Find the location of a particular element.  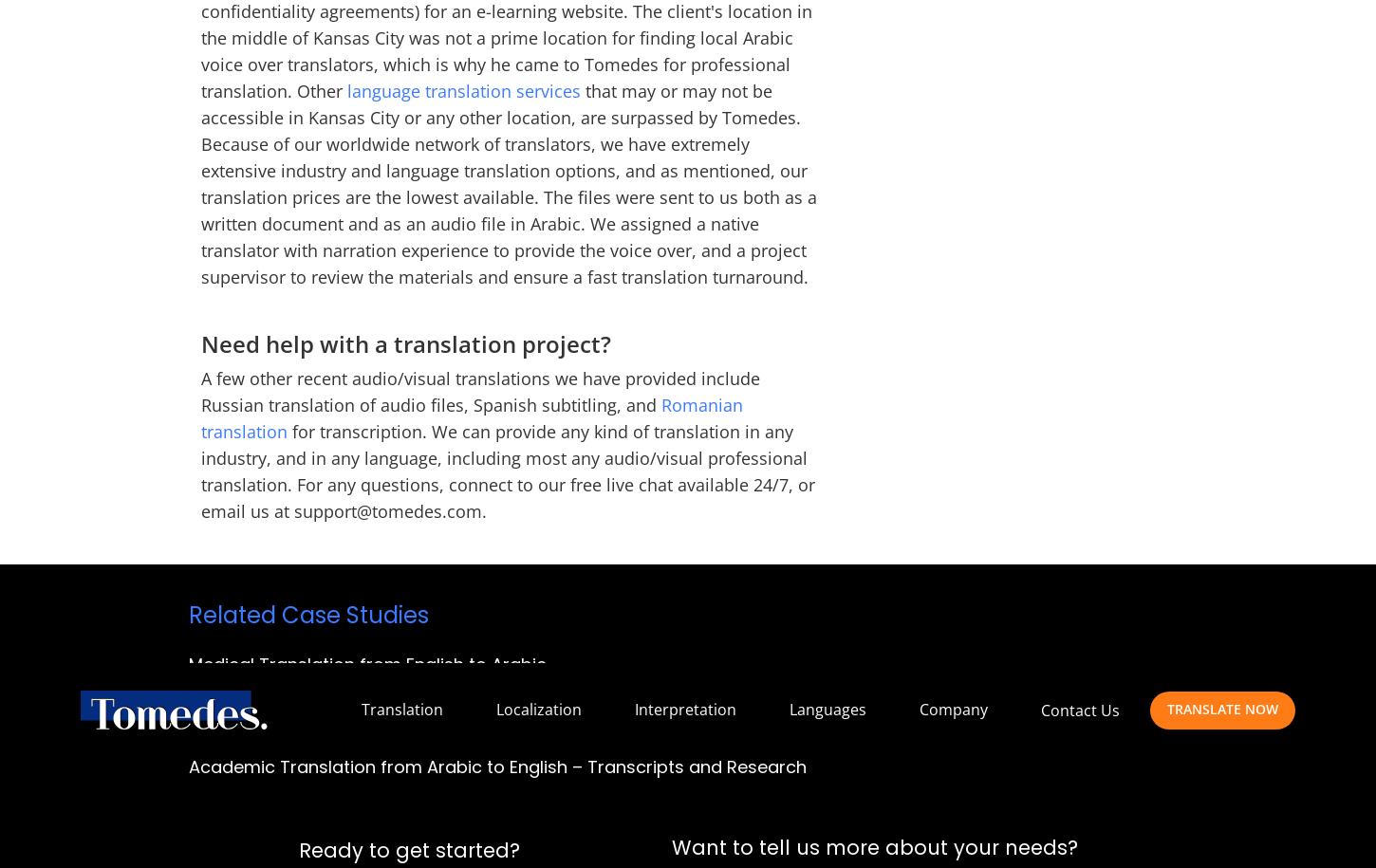

'UK: +44 (0)16 1509 6140' is located at coordinates (793, 18).